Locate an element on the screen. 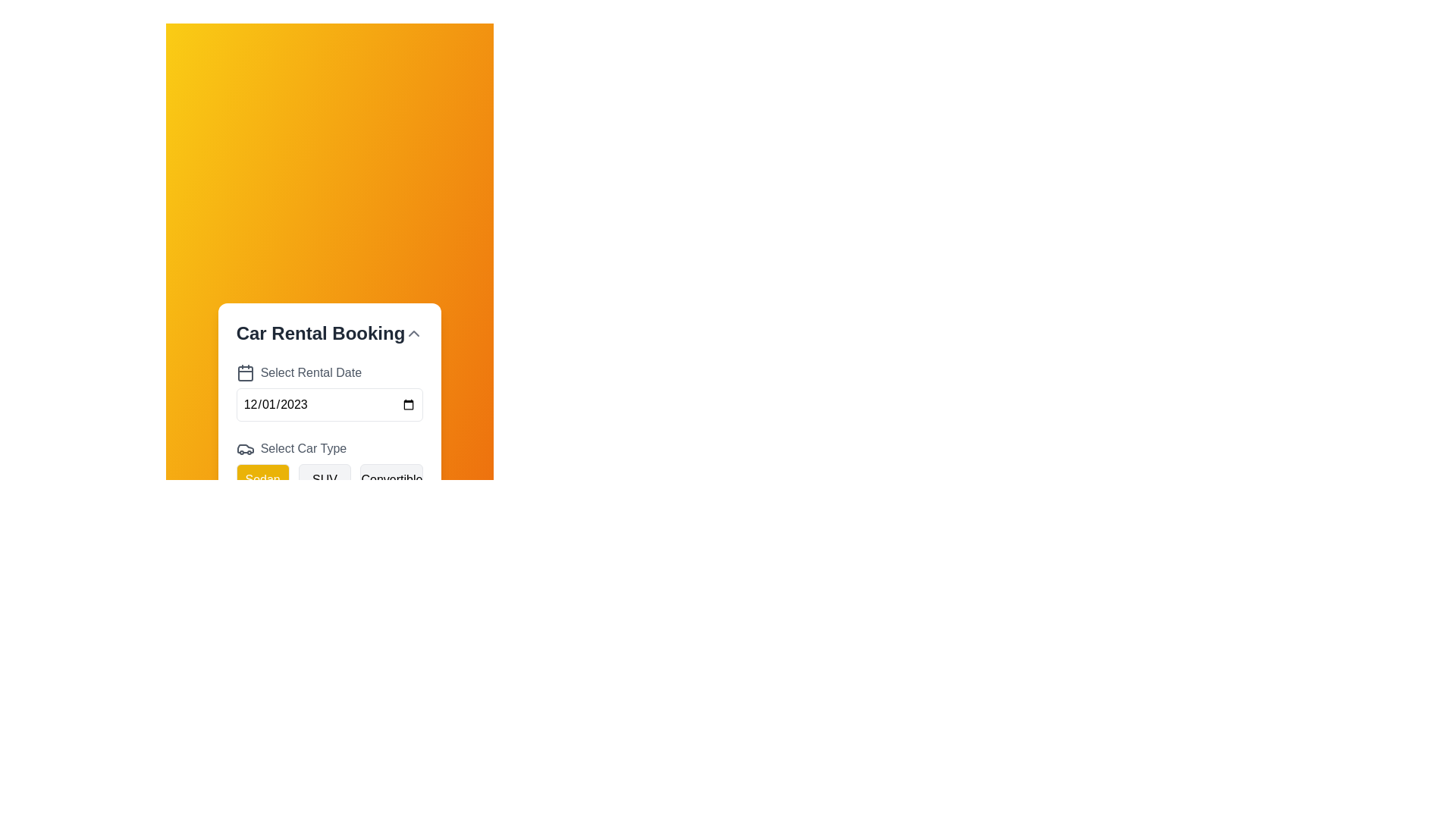 The height and width of the screenshot is (819, 1456). 'Select Car Type' label with the car icon to understand the context of the following options for car rental type selection is located at coordinates (329, 447).